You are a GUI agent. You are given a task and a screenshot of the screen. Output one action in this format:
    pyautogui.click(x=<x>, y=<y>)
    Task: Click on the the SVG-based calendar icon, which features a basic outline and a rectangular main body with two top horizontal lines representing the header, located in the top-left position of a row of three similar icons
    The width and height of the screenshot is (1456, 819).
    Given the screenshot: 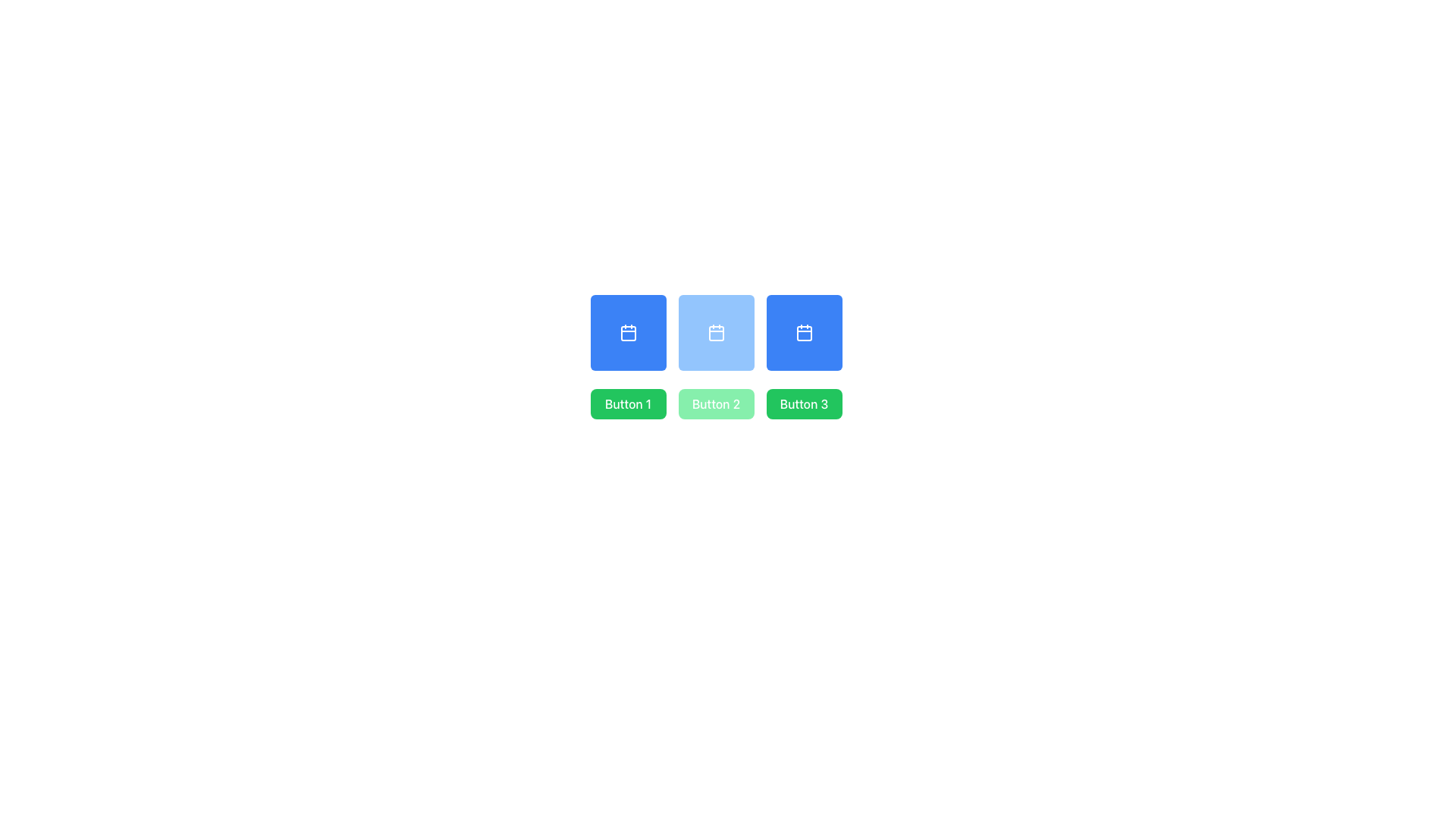 What is the action you would take?
    pyautogui.click(x=628, y=332)
    